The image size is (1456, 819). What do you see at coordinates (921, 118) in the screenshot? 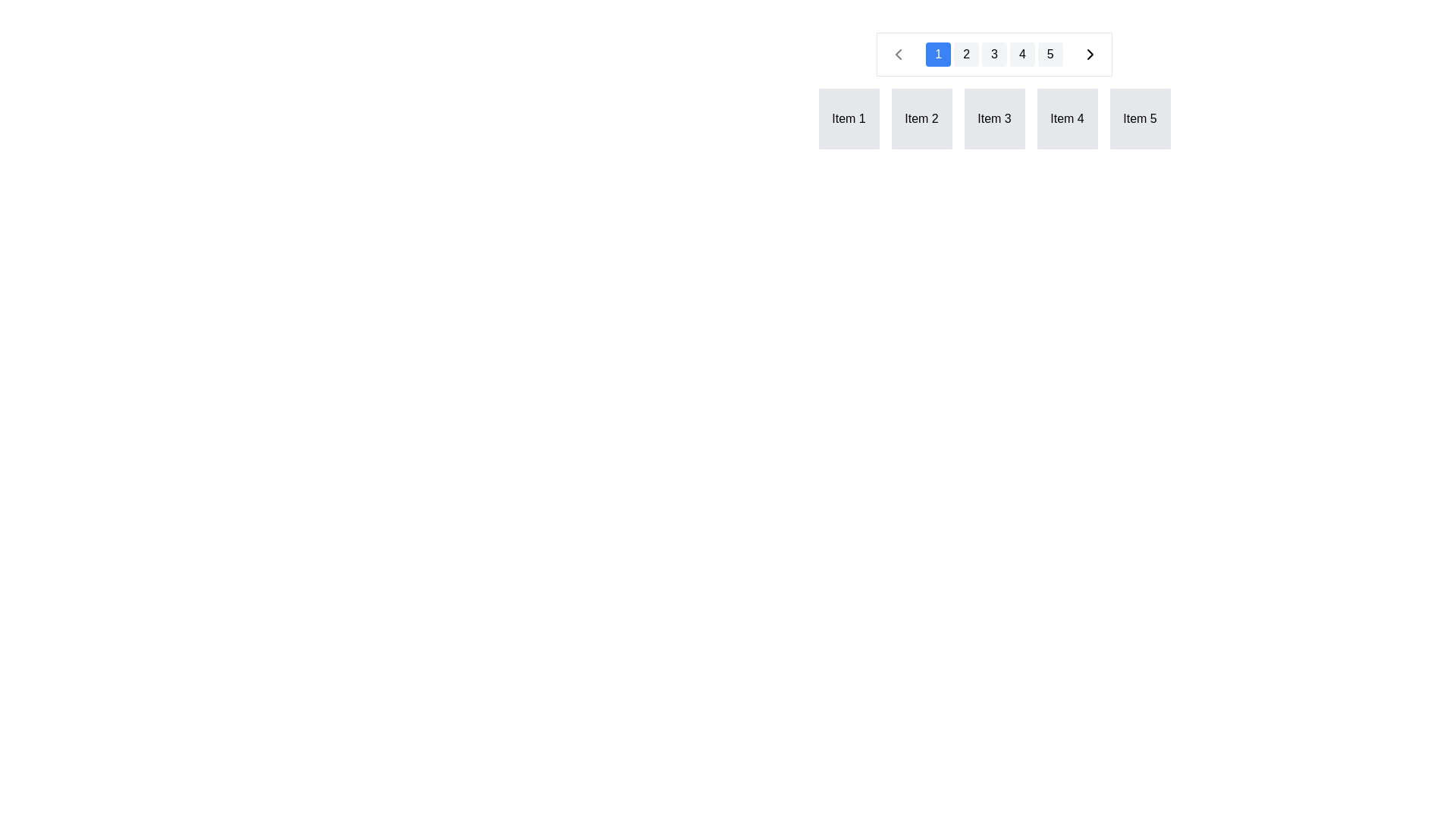
I see `the text label displaying 'Item 2'` at bounding box center [921, 118].